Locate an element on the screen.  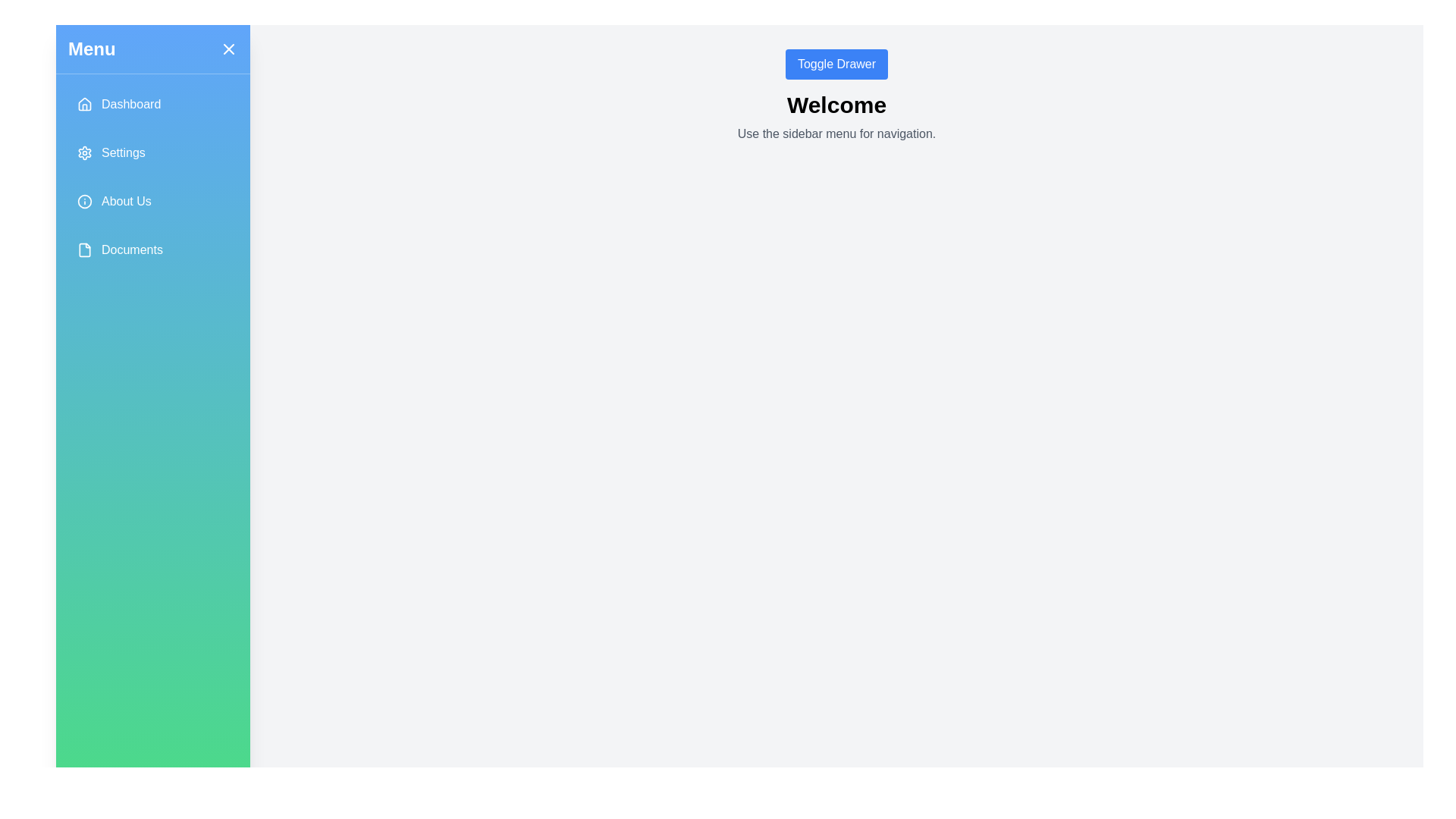
the close button (X icon) in the drawer header to close the drawer is located at coordinates (228, 49).